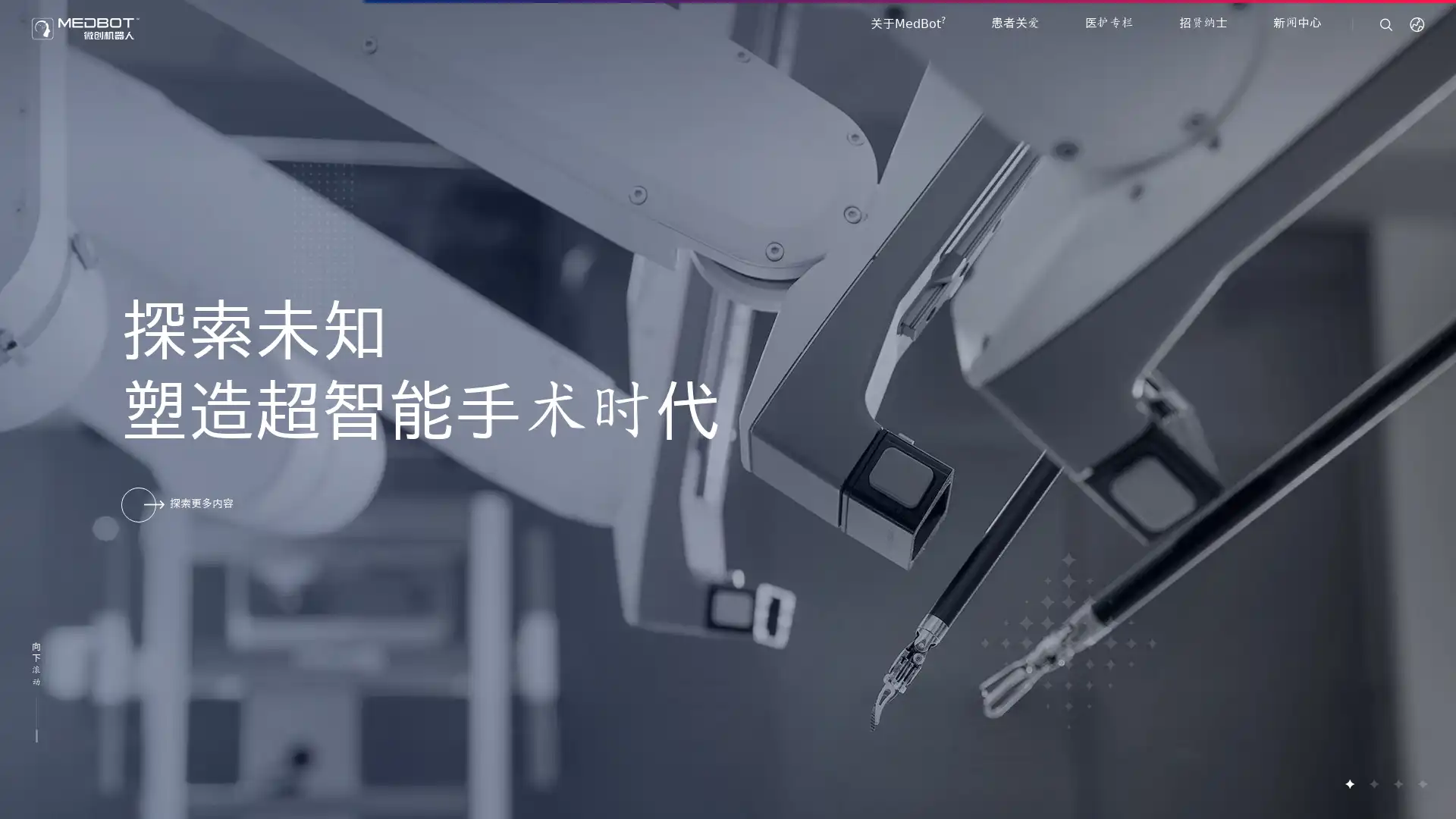 This screenshot has width=1456, height=819. Describe the element at coordinates (1373, 783) in the screenshot. I see `Go to slide 2` at that location.